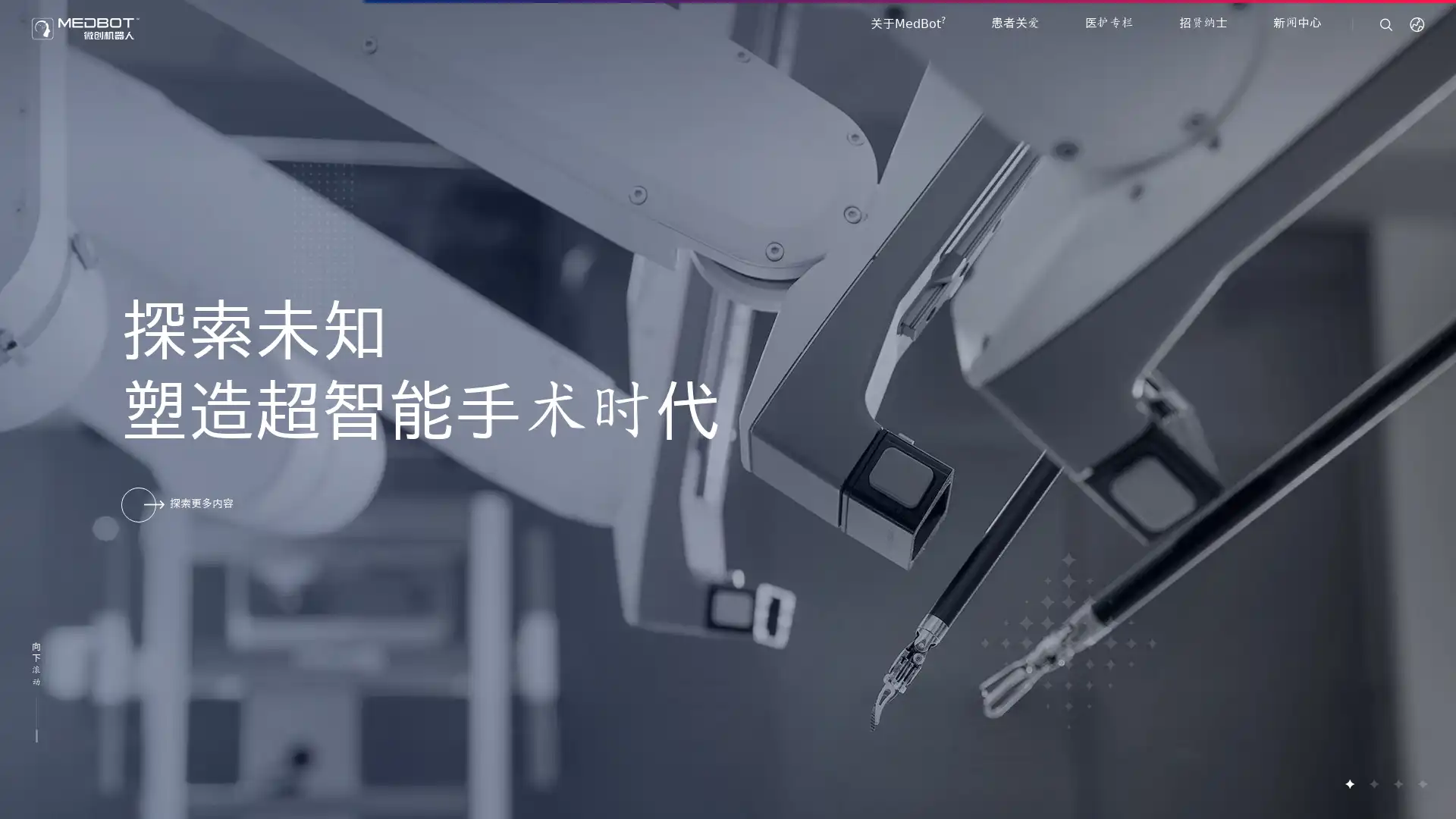 This screenshot has width=1456, height=819. Describe the element at coordinates (1373, 783) in the screenshot. I see `Go to slide 2` at that location.